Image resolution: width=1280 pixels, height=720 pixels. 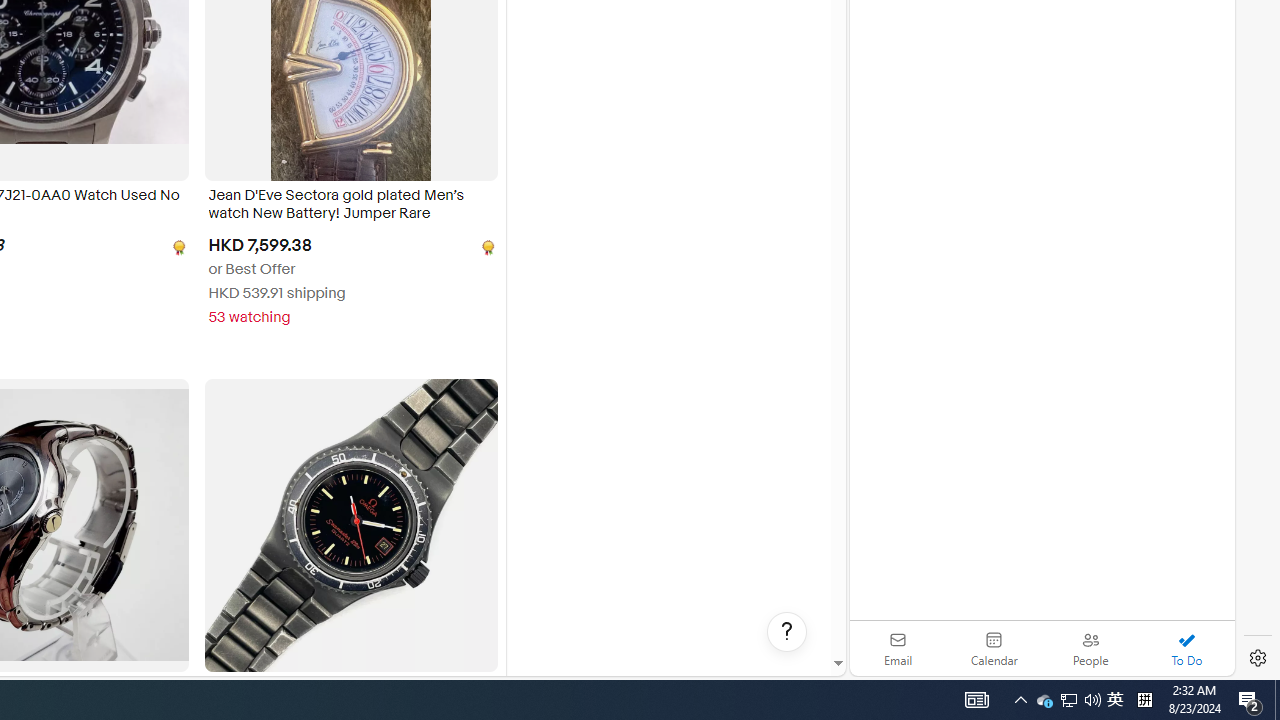 What do you see at coordinates (994, 648) in the screenshot?
I see `'Calendar. Date today is 22'` at bounding box center [994, 648].